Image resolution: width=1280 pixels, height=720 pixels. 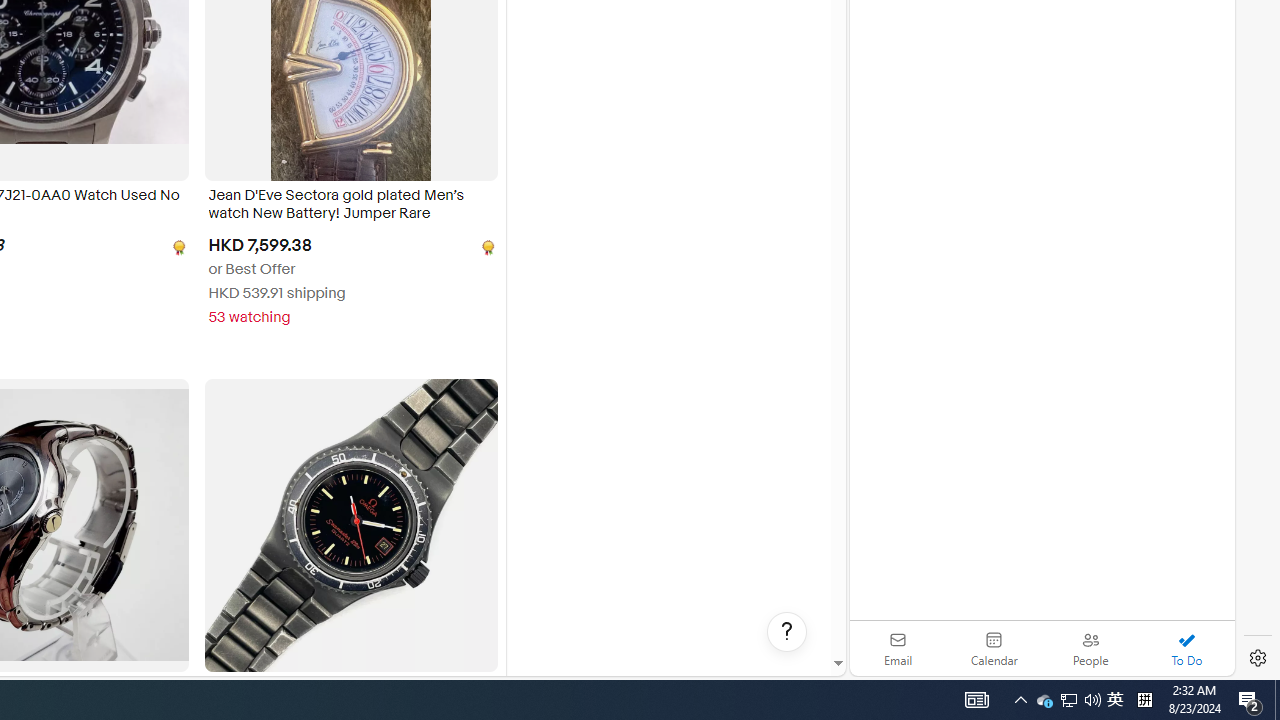 What do you see at coordinates (994, 648) in the screenshot?
I see `'Calendar. Date today is 22'` at bounding box center [994, 648].